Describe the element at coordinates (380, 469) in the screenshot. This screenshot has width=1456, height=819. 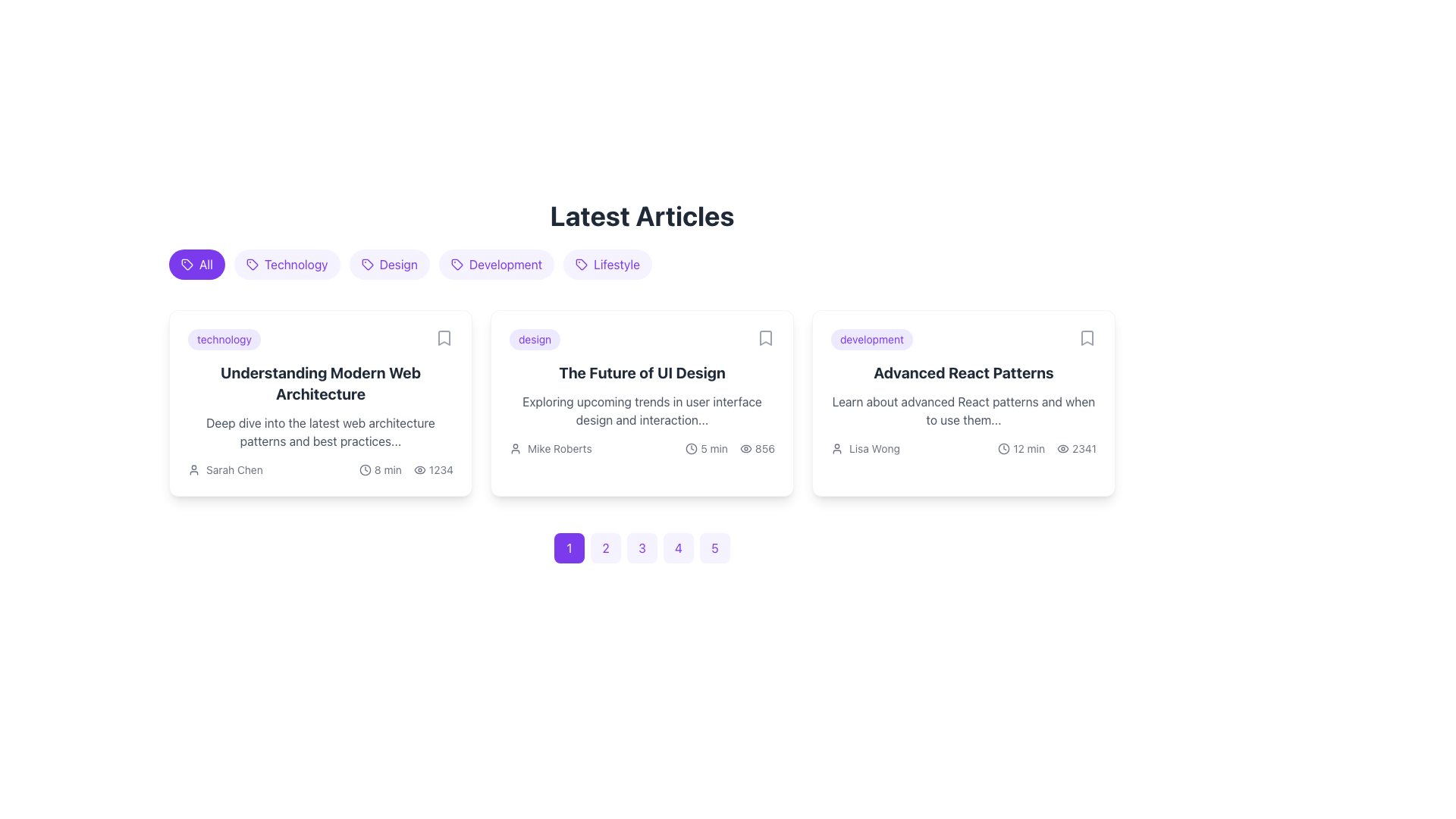
I see `'8 min' text label with a clock icon located in the bottom-left portion of the 'Understanding Modern Web Architecture' article card, which is the first element among its sibling information elements` at that location.